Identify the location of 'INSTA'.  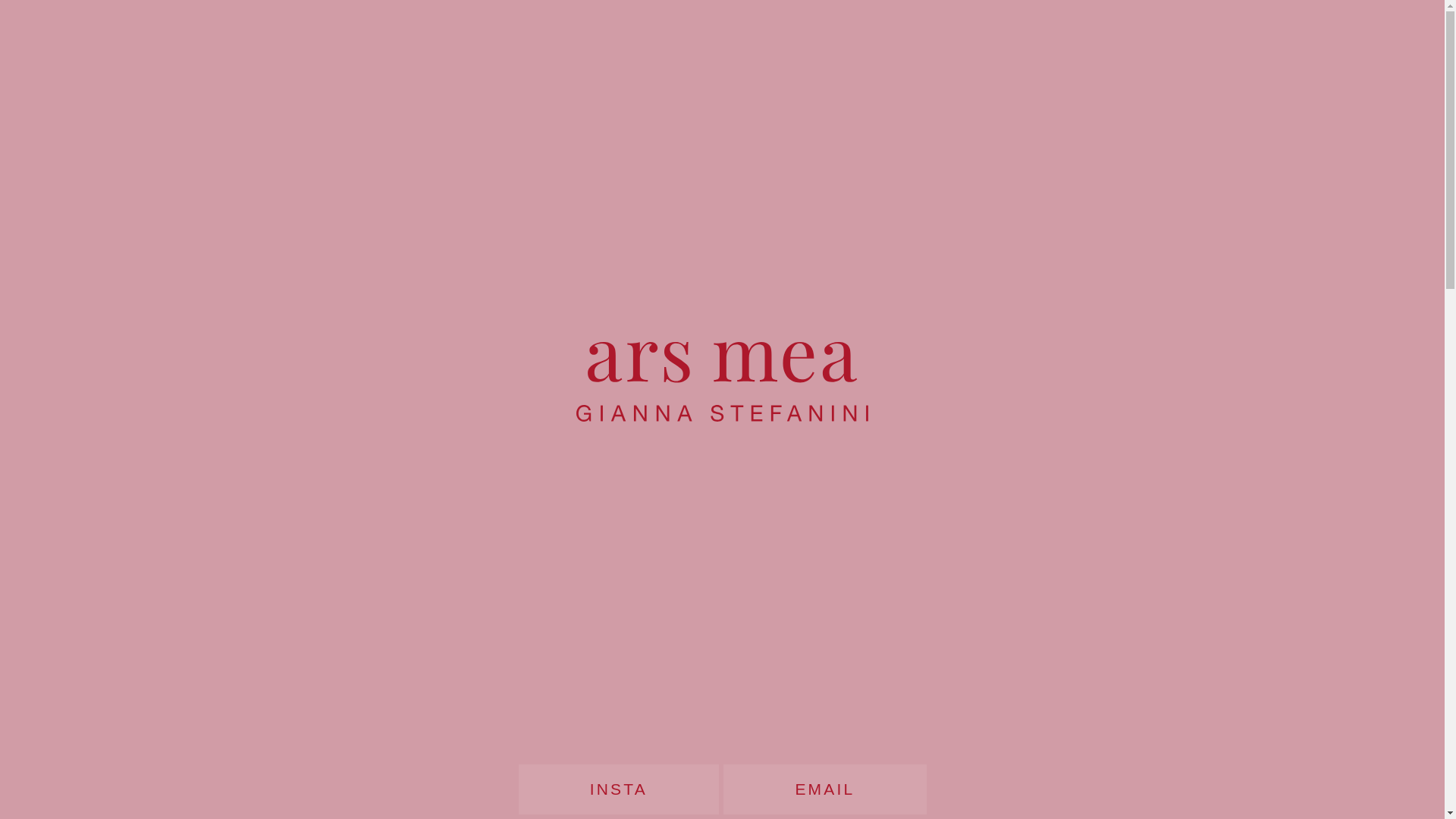
(619, 789).